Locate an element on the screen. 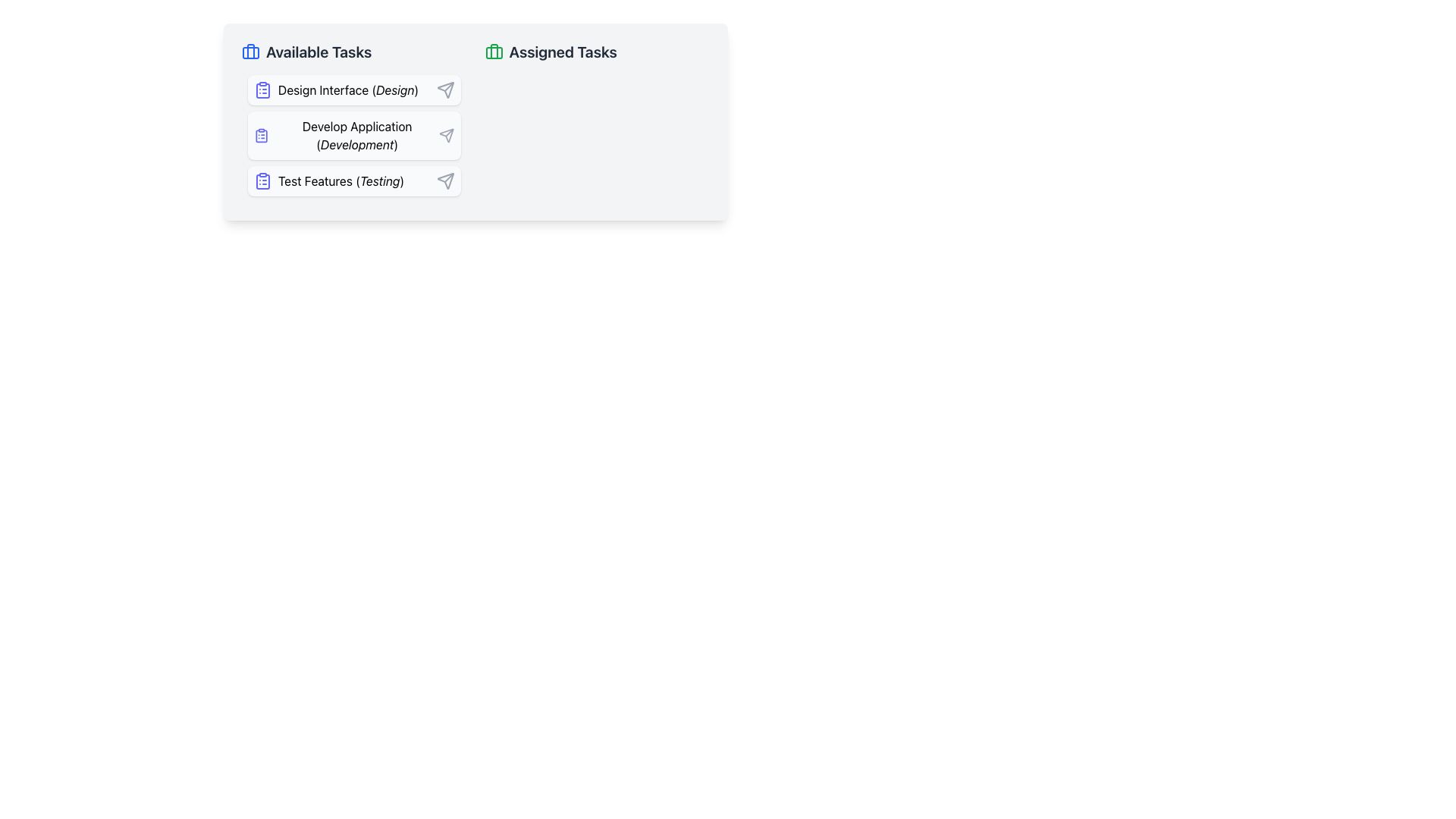  the Header or Title Label indicating 'Available Tasks', which is located at the top-left position of the section and serves to title the content below it is located at coordinates (353, 52).